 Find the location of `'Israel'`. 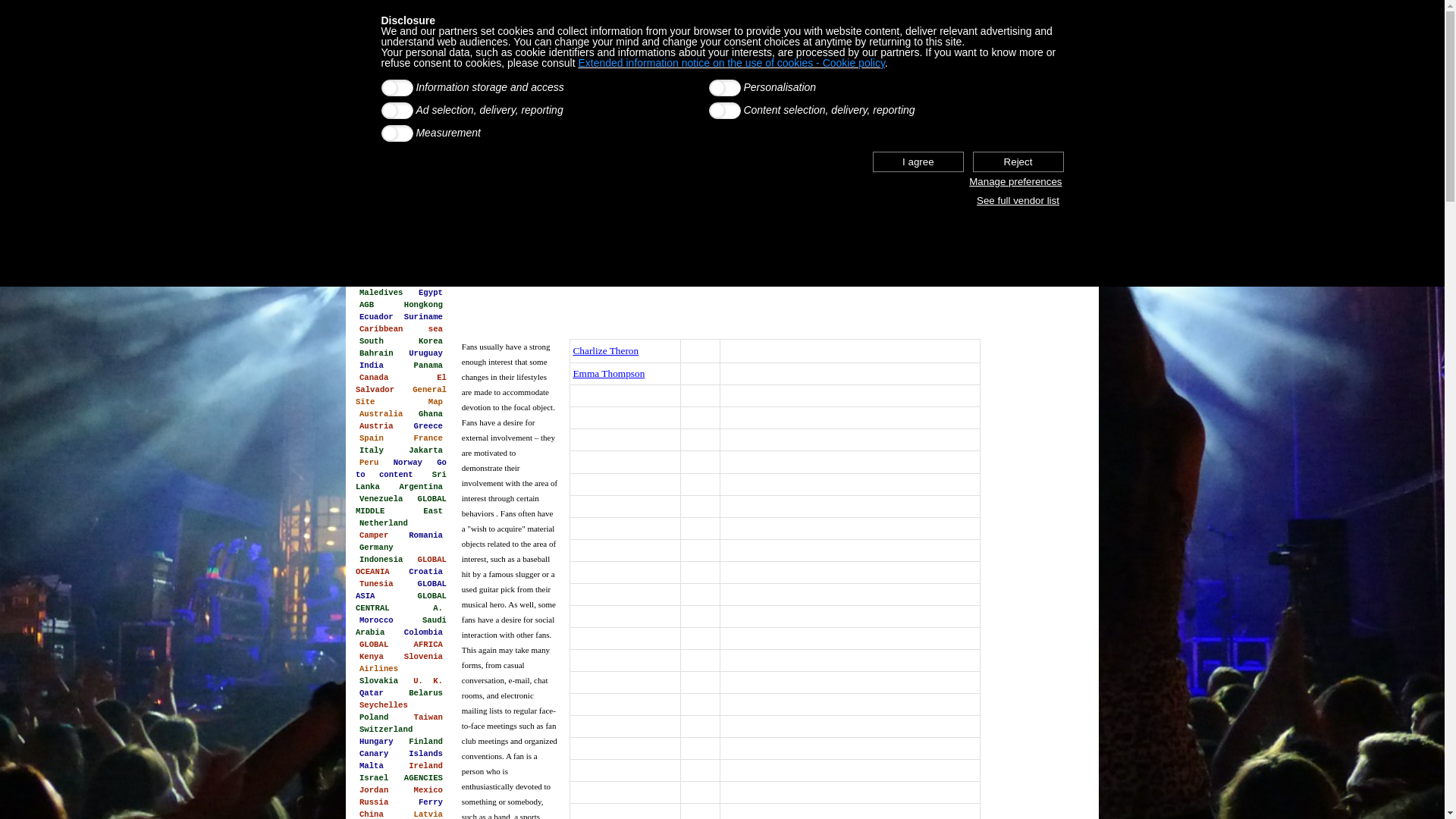

'Israel' is located at coordinates (374, 778).